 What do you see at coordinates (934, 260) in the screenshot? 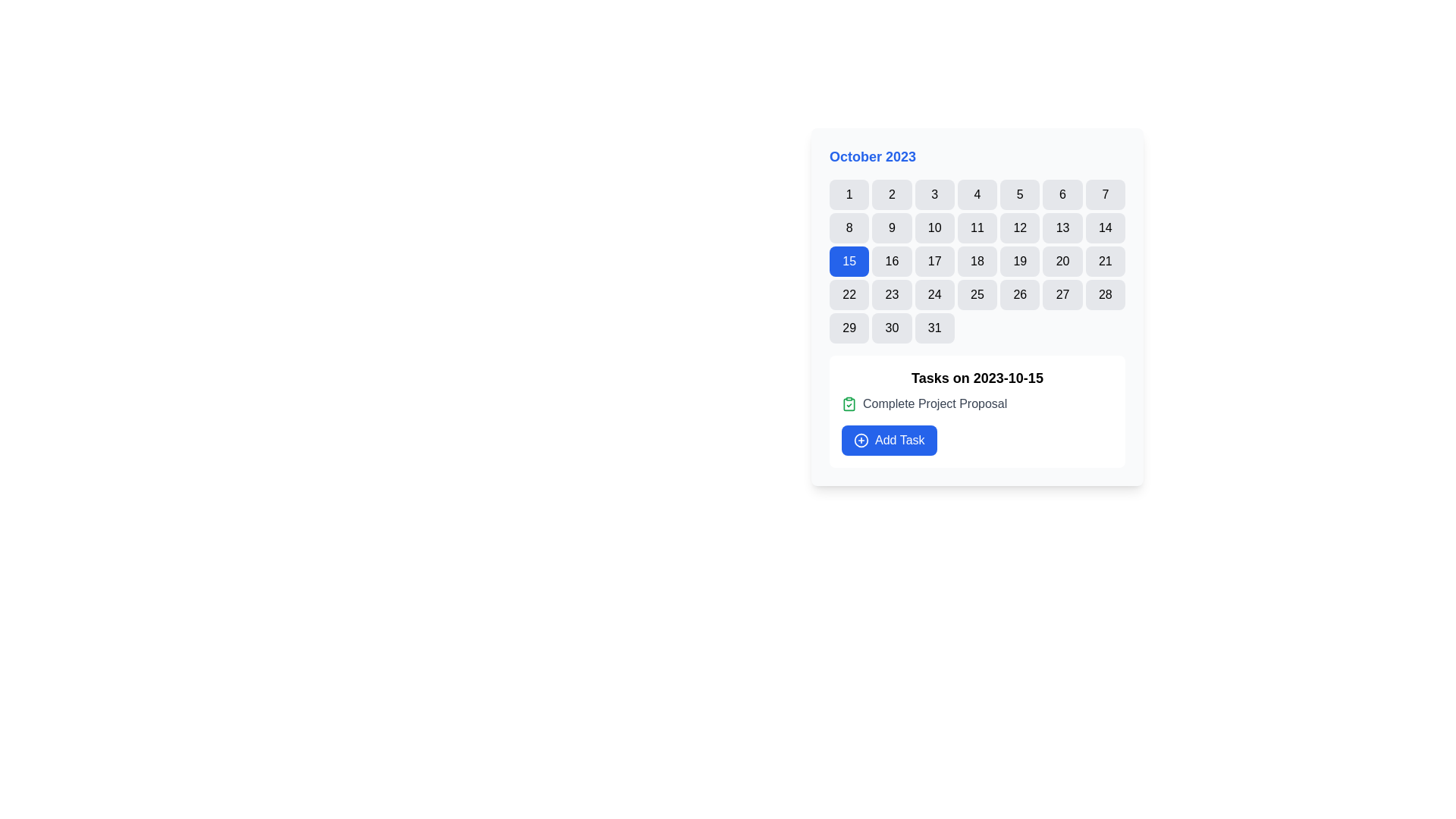
I see `the button displaying the number '17' in a calendar grid by clicking it` at bounding box center [934, 260].